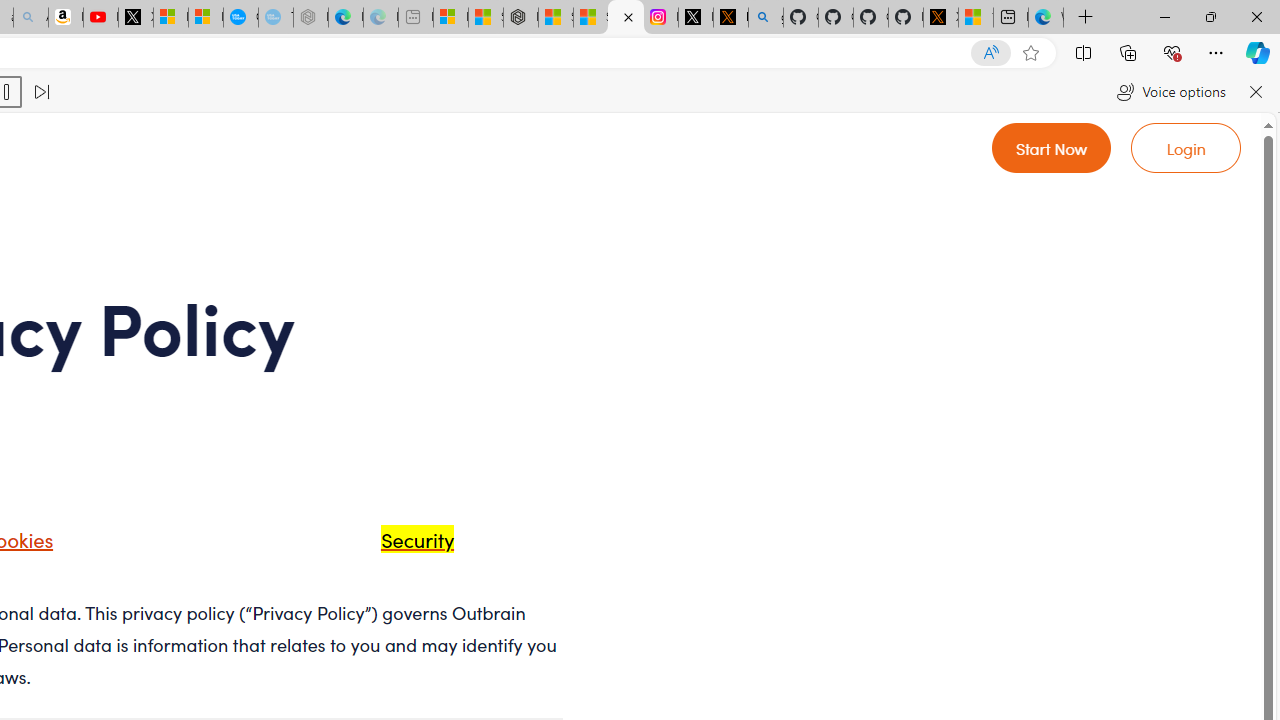  I want to click on 'Nordace - Nordace has arrived Hong Kong - Sleeping', so click(310, 17).